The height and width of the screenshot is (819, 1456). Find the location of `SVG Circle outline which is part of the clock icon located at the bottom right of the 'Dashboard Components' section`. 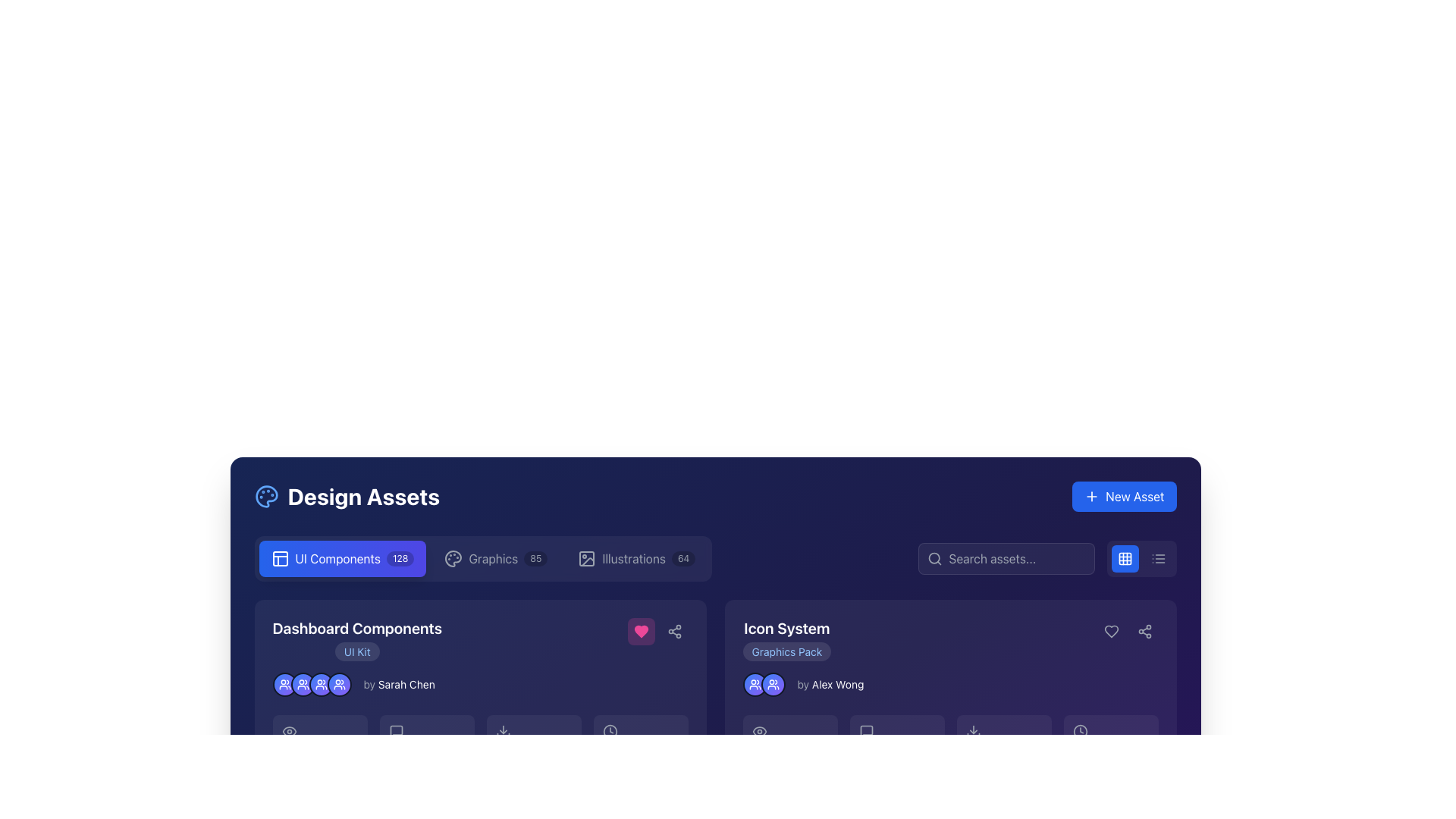

SVG Circle outline which is part of the clock icon located at the bottom right of the 'Dashboard Components' section is located at coordinates (610, 730).